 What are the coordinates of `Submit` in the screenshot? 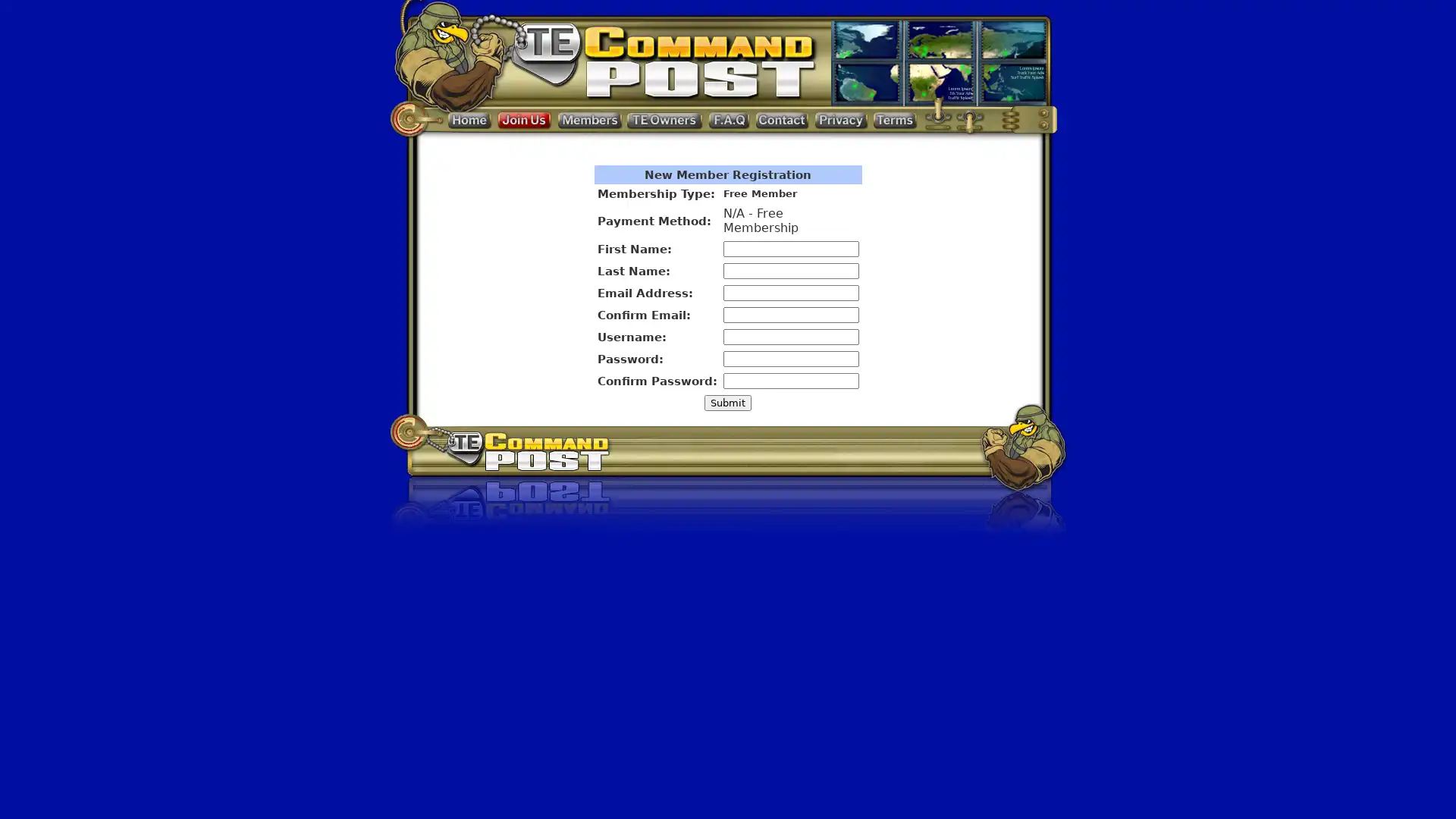 It's located at (728, 402).